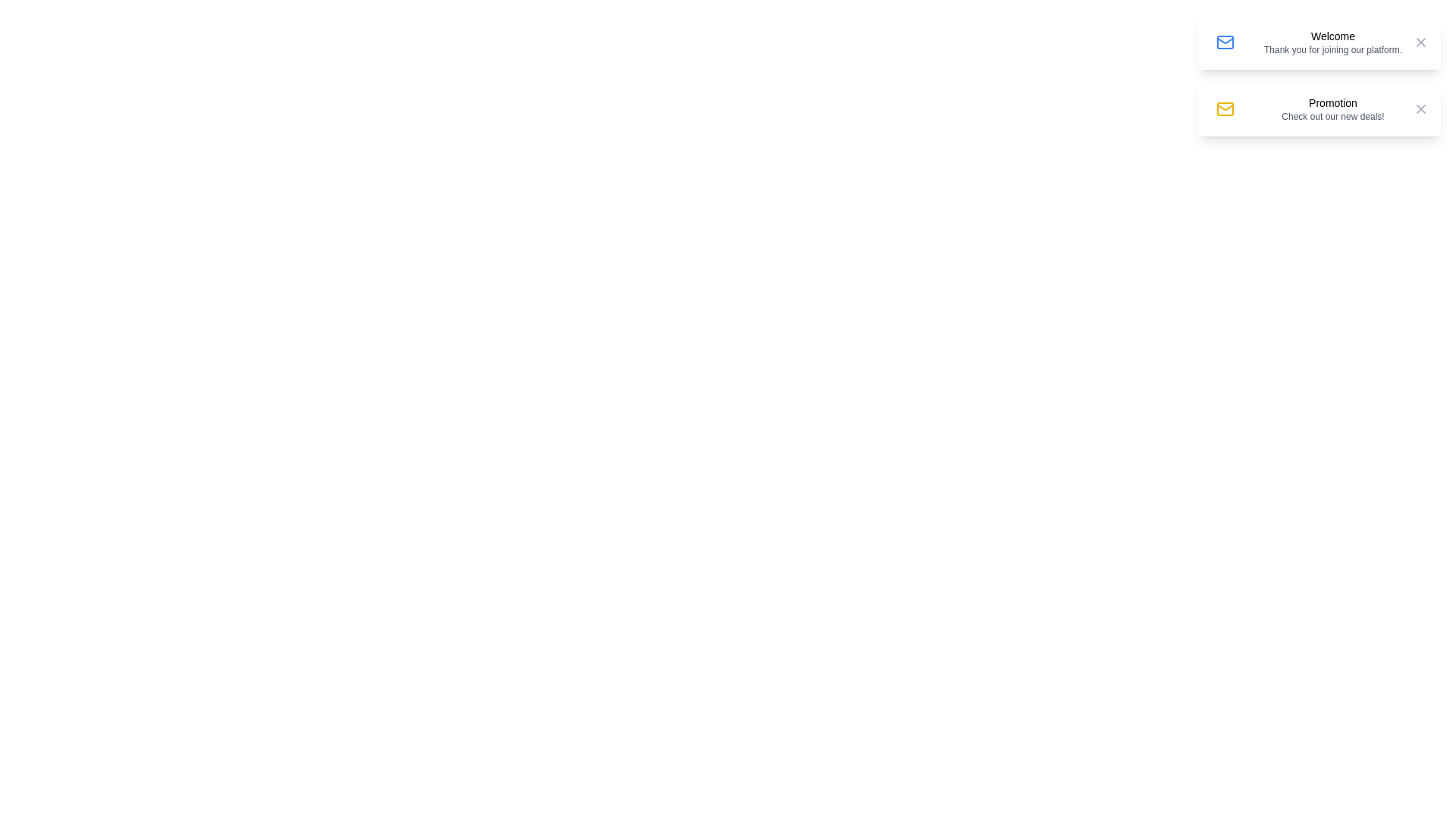 This screenshot has height=819, width=1456. Describe the element at coordinates (1225, 108) in the screenshot. I see `promotional message icon located in the top-left corner of the 'Promotion' notification card` at that location.